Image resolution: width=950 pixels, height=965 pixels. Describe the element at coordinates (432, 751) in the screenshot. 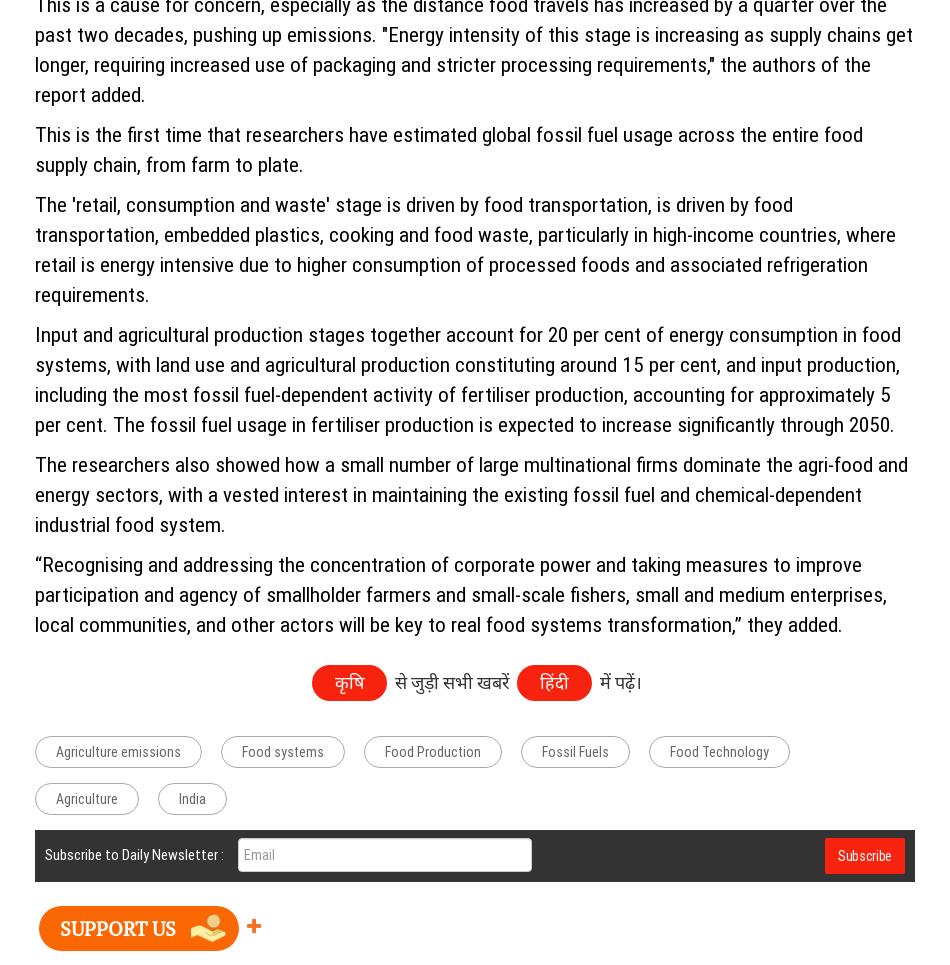

I see `'Food Production'` at that location.